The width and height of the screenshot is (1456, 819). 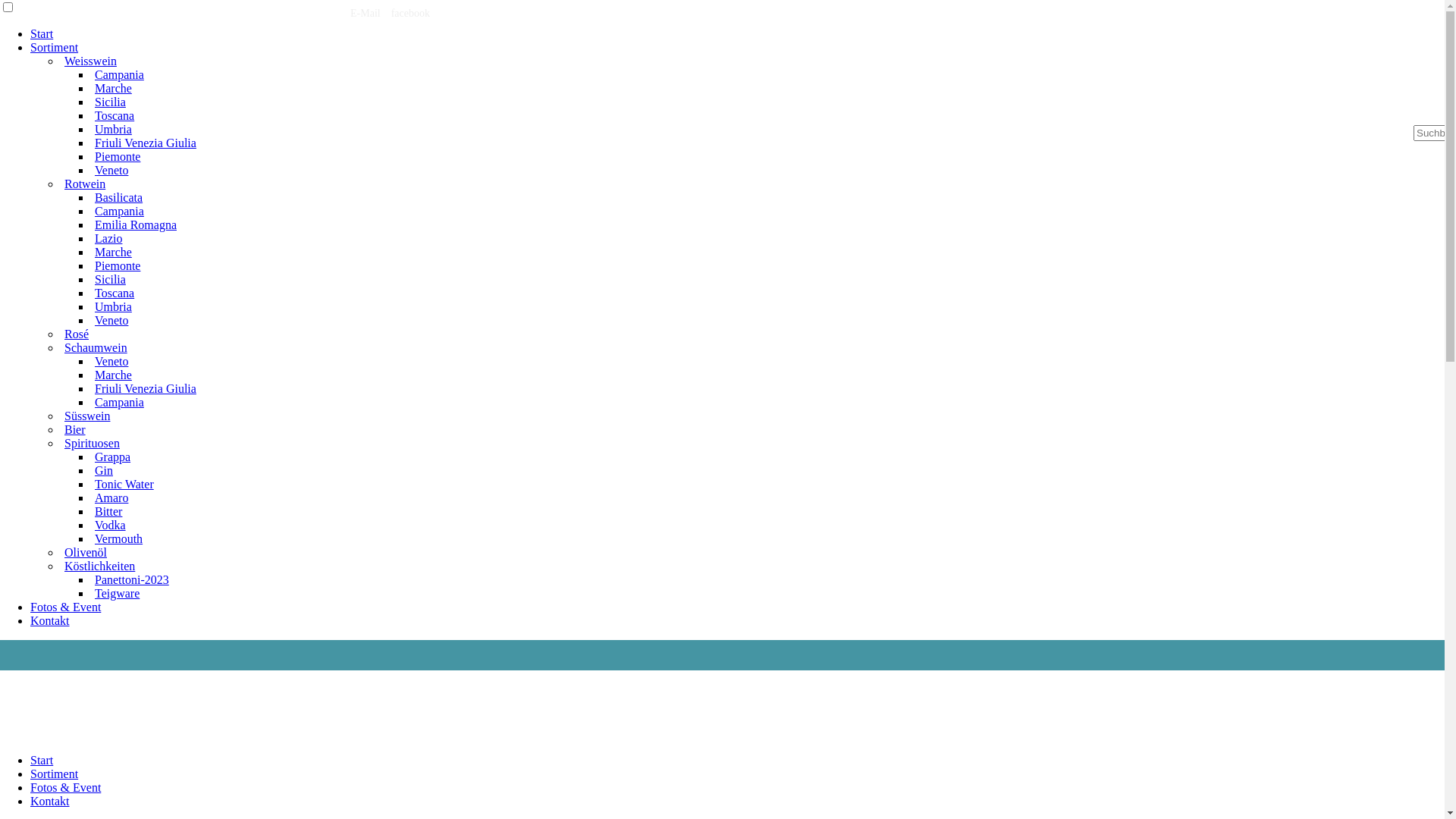 I want to click on 'Lazio', so click(x=108, y=238).